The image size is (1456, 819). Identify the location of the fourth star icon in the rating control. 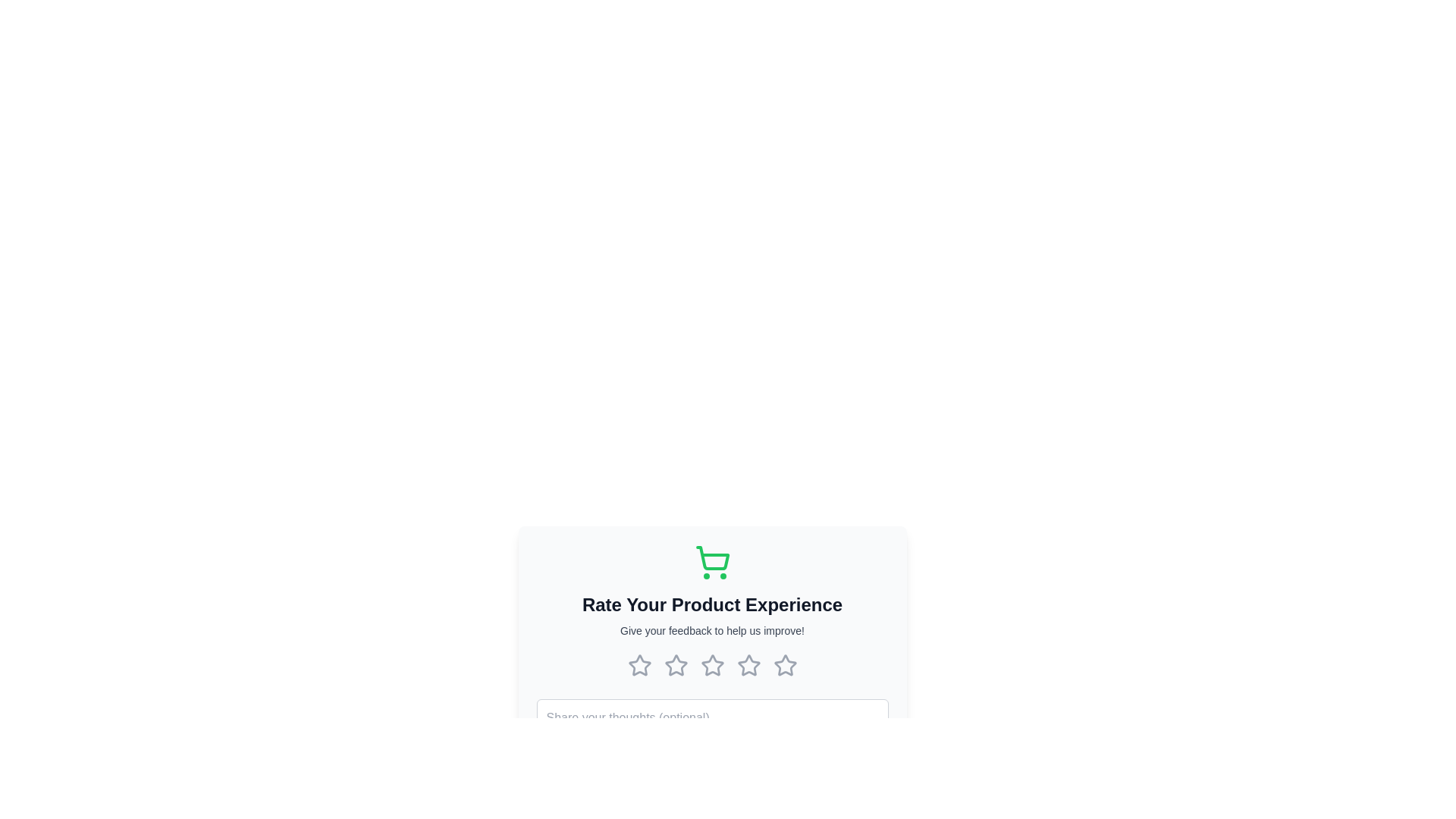
(748, 664).